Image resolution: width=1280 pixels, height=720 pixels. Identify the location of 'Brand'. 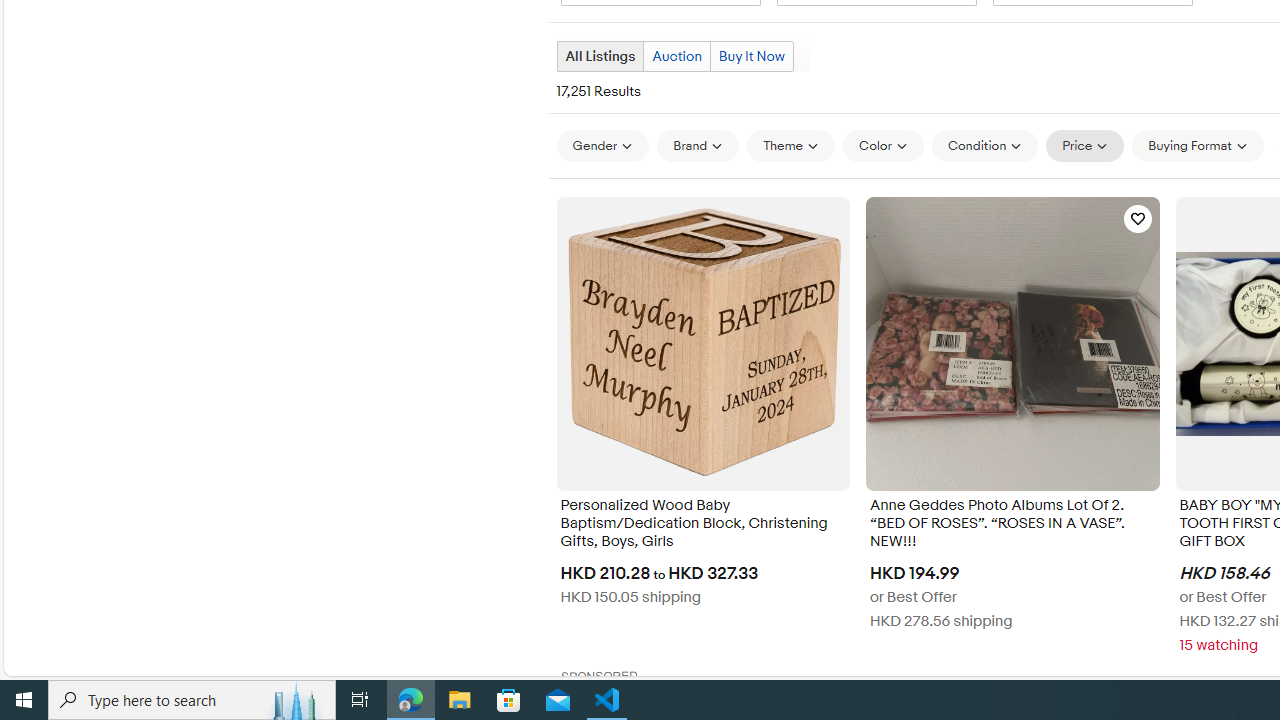
(698, 144).